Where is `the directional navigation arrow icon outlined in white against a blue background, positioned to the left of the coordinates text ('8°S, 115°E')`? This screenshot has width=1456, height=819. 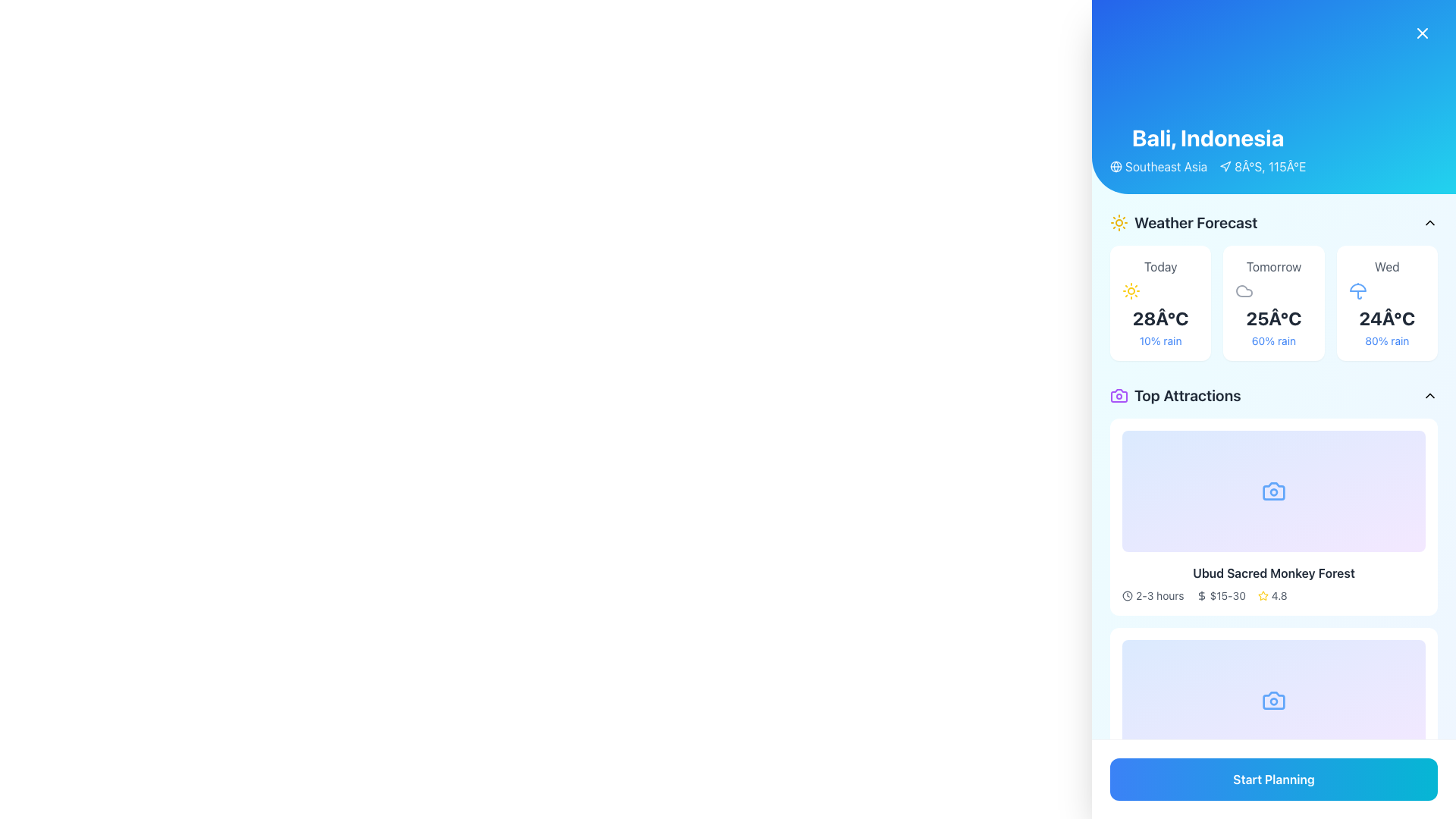 the directional navigation arrow icon outlined in white against a blue background, positioned to the left of the coordinates text ('8°S, 115°E') is located at coordinates (1225, 166).